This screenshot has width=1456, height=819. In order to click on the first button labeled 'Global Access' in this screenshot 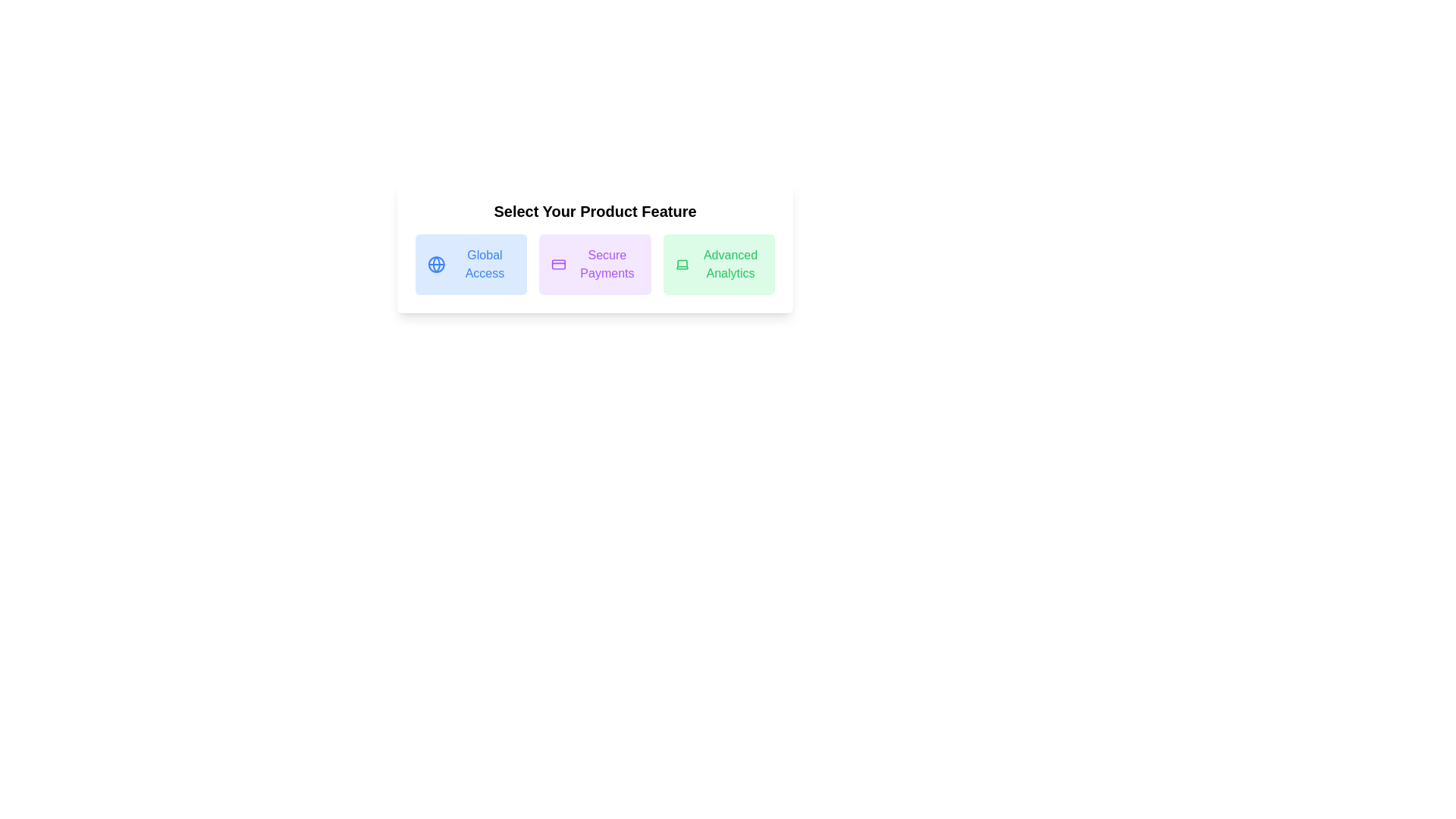, I will do `click(470, 263)`.